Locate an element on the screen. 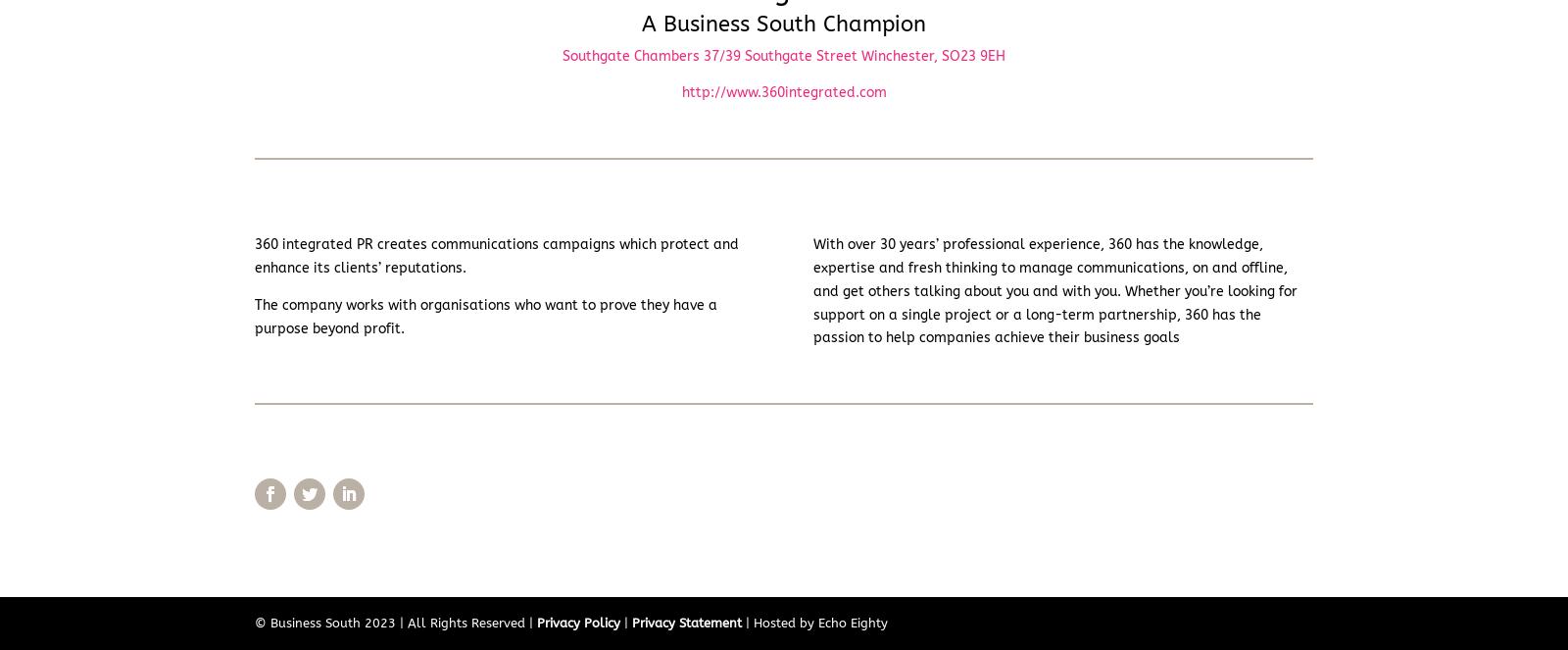 This screenshot has height=650, width=1568. 'Southgate Chambers 37/39 Southgate Street Winchester,' is located at coordinates (562, 54).